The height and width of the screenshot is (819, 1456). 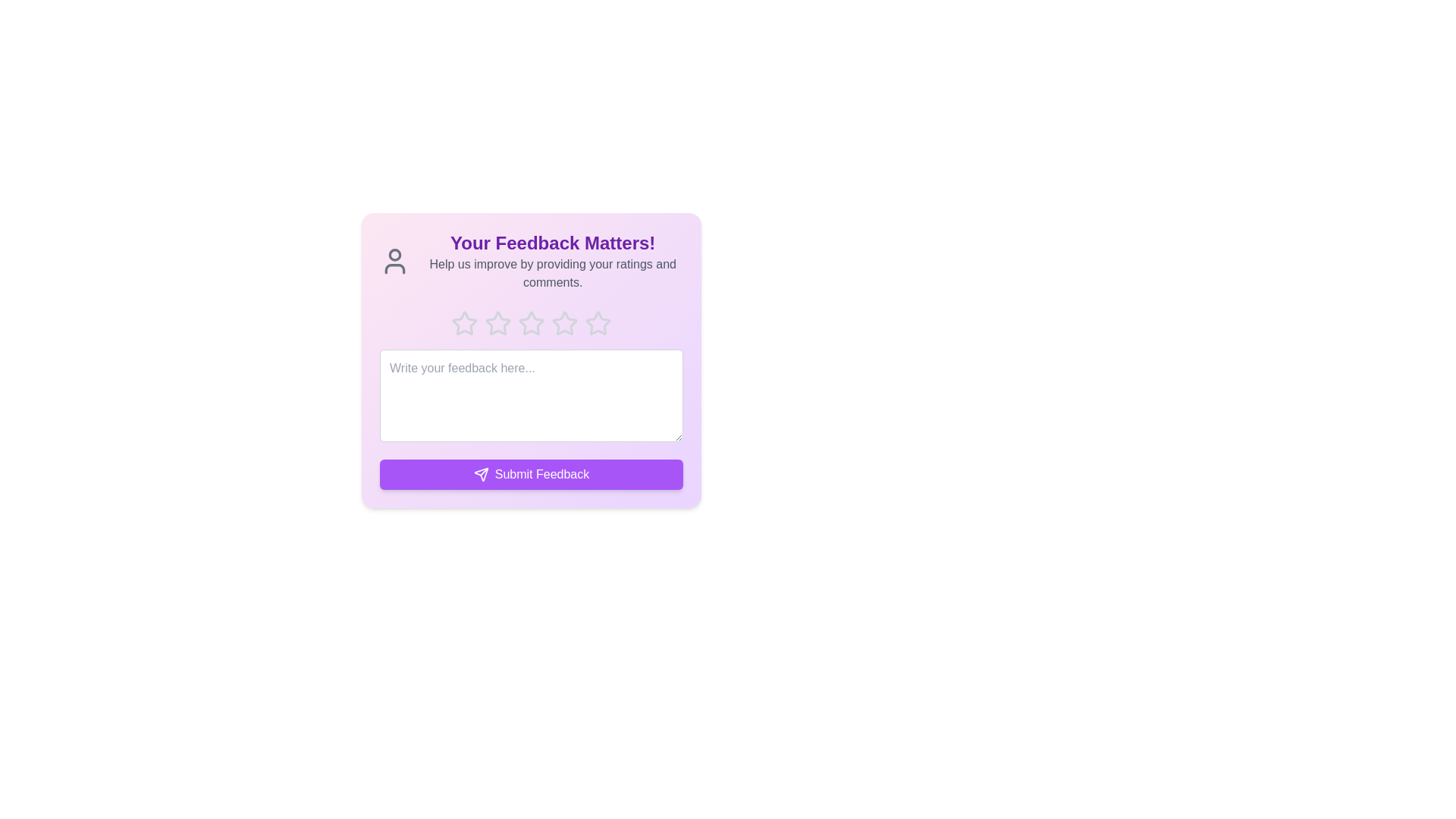 What do you see at coordinates (464, 323) in the screenshot?
I see `the star corresponding to the desired rating 1` at bounding box center [464, 323].